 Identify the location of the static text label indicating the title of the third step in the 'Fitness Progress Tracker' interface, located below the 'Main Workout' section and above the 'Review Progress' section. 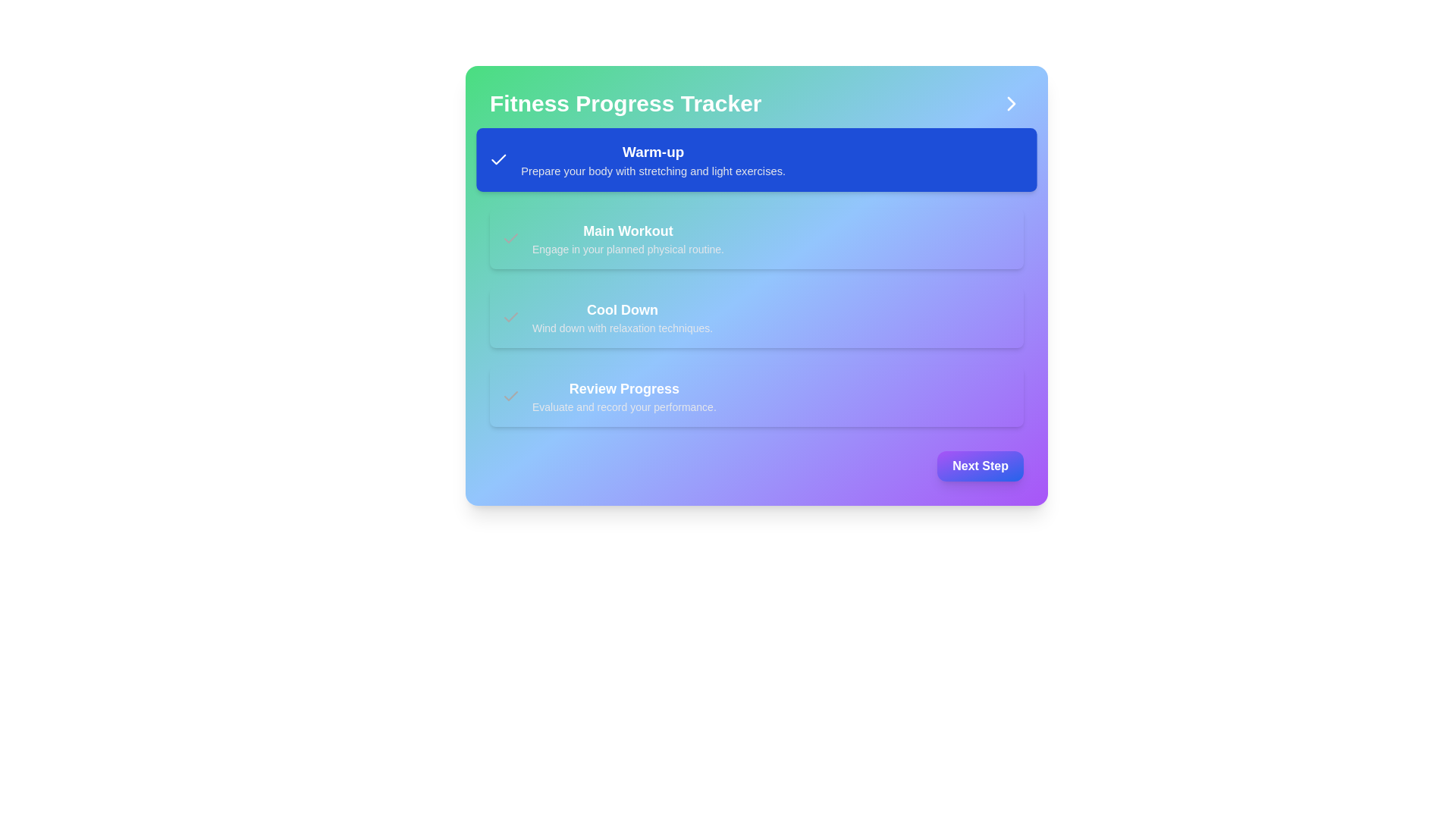
(622, 309).